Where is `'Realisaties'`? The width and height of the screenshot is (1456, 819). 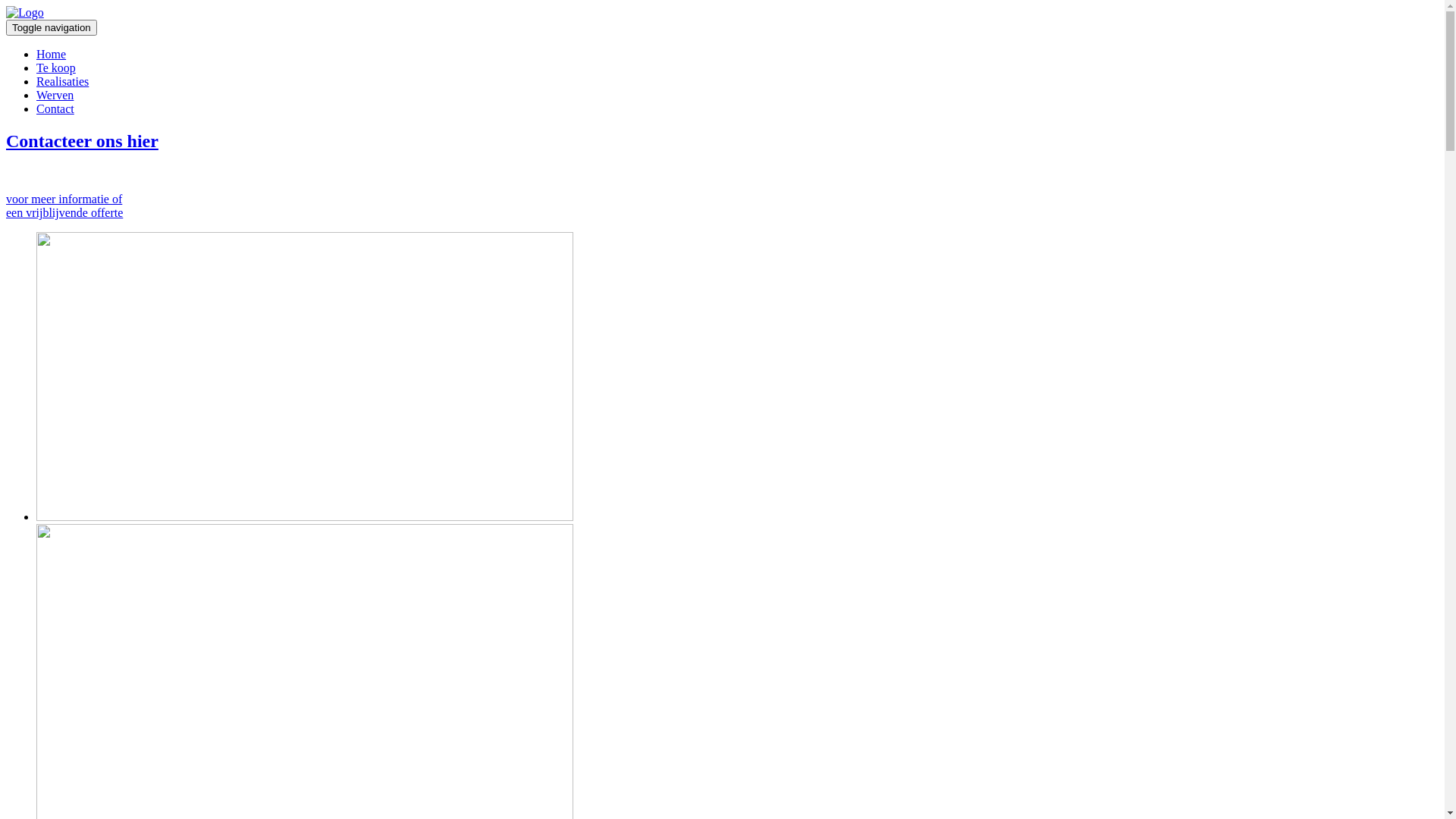 'Realisaties' is located at coordinates (36, 81).